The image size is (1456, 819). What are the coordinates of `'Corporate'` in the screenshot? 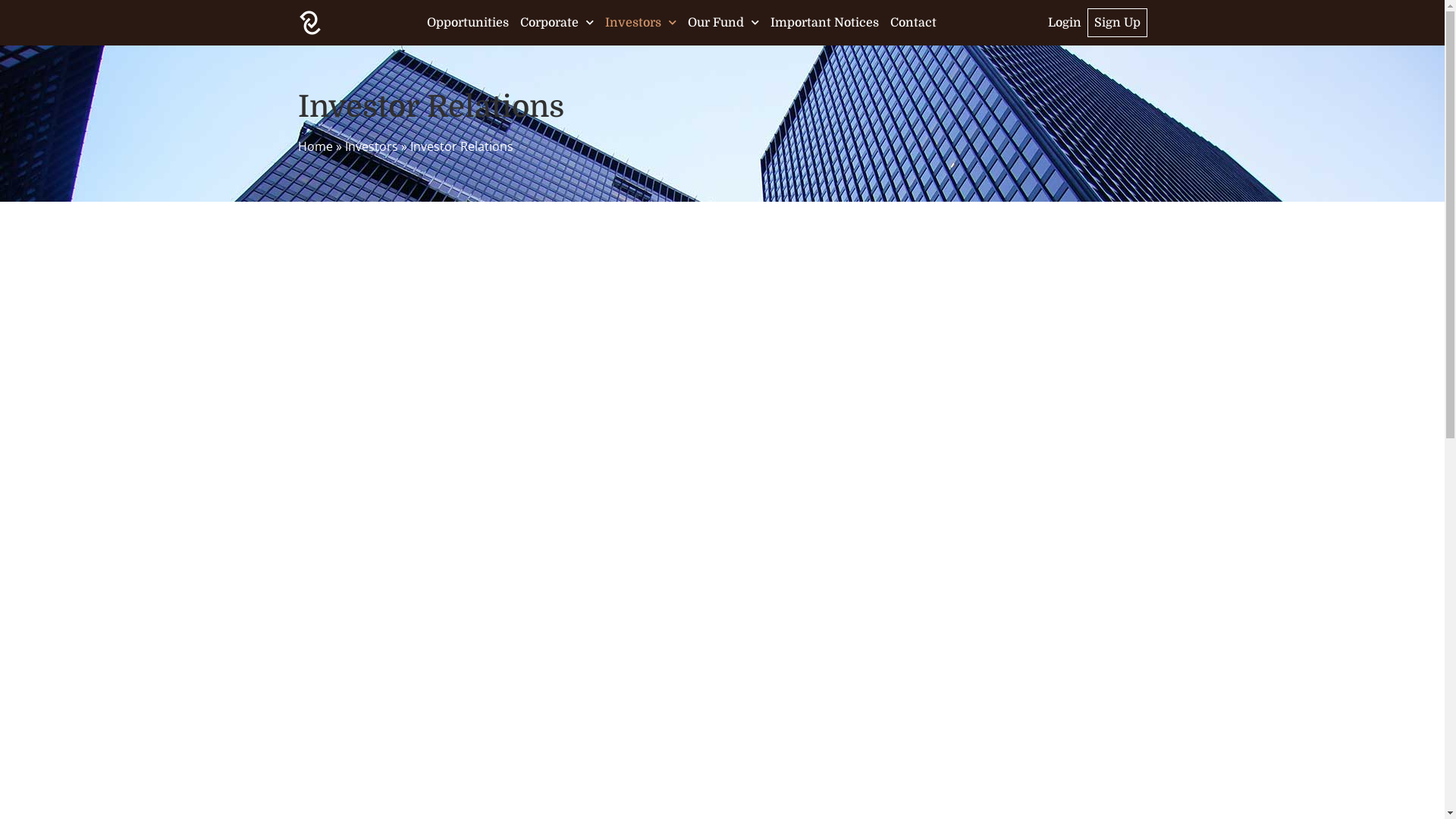 It's located at (520, 23).